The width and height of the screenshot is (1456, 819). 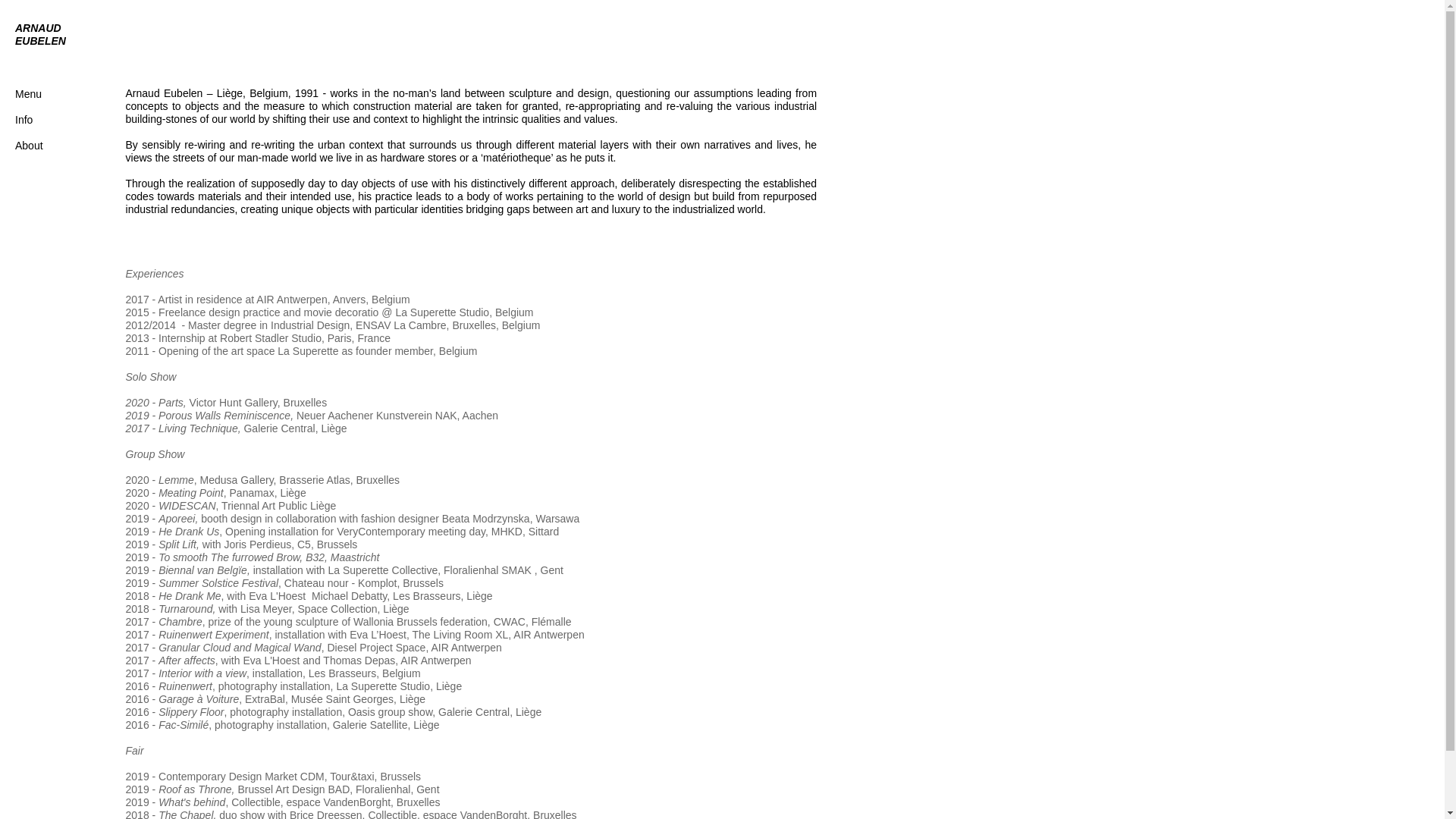 I want to click on 'AIR Antwerpen', so click(x=291, y=299).